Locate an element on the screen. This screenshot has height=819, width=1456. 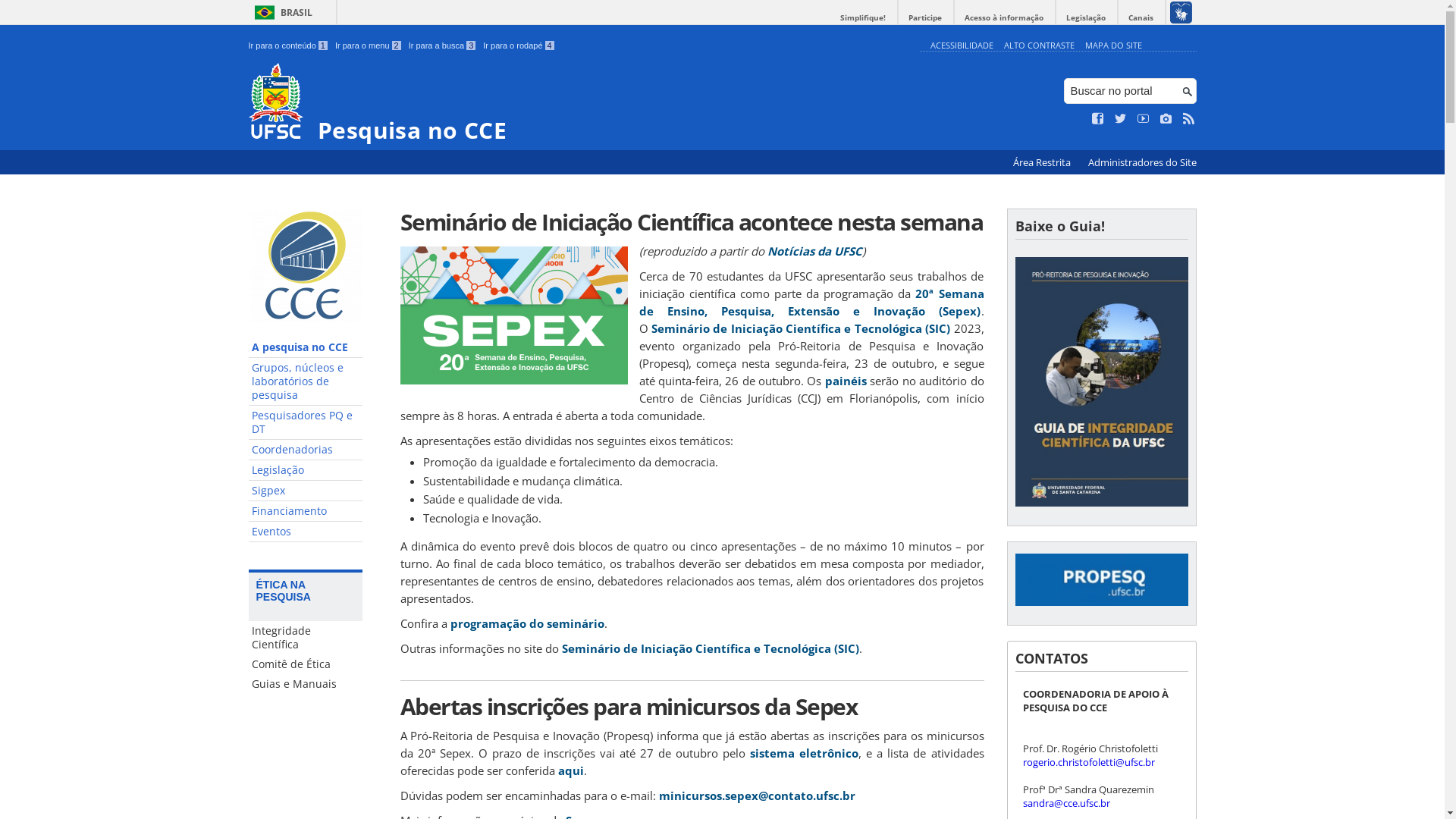
'Pesquisadores PQ e DT' is located at coordinates (305, 422).